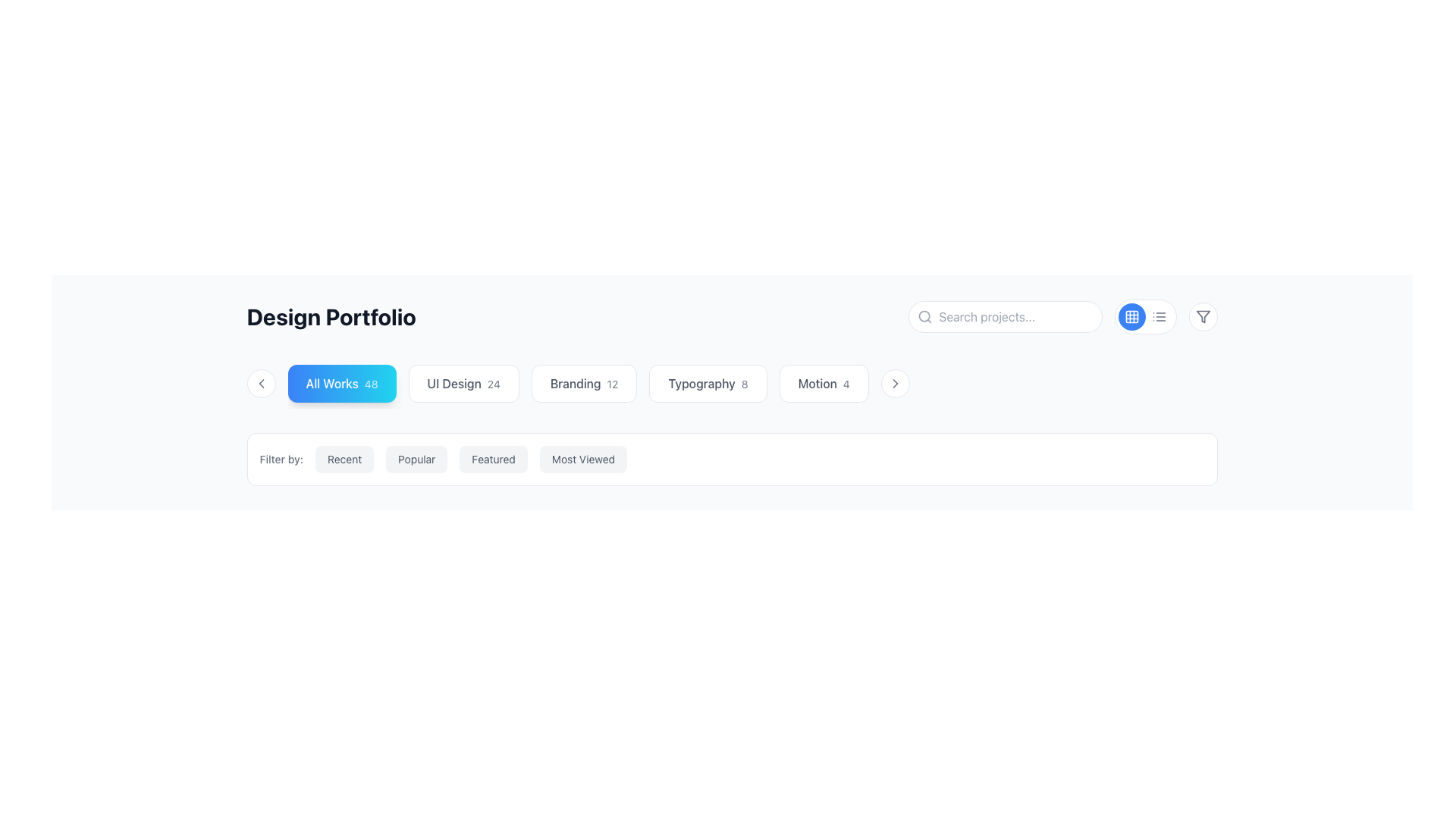 The height and width of the screenshot is (819, 1456). What do you see at coordinates (261, 382) in the screenshot?
I see `the left-pointing chevron icon for backward navigation, positioned before the 'All Works' button` at bounding box center [261, 382].